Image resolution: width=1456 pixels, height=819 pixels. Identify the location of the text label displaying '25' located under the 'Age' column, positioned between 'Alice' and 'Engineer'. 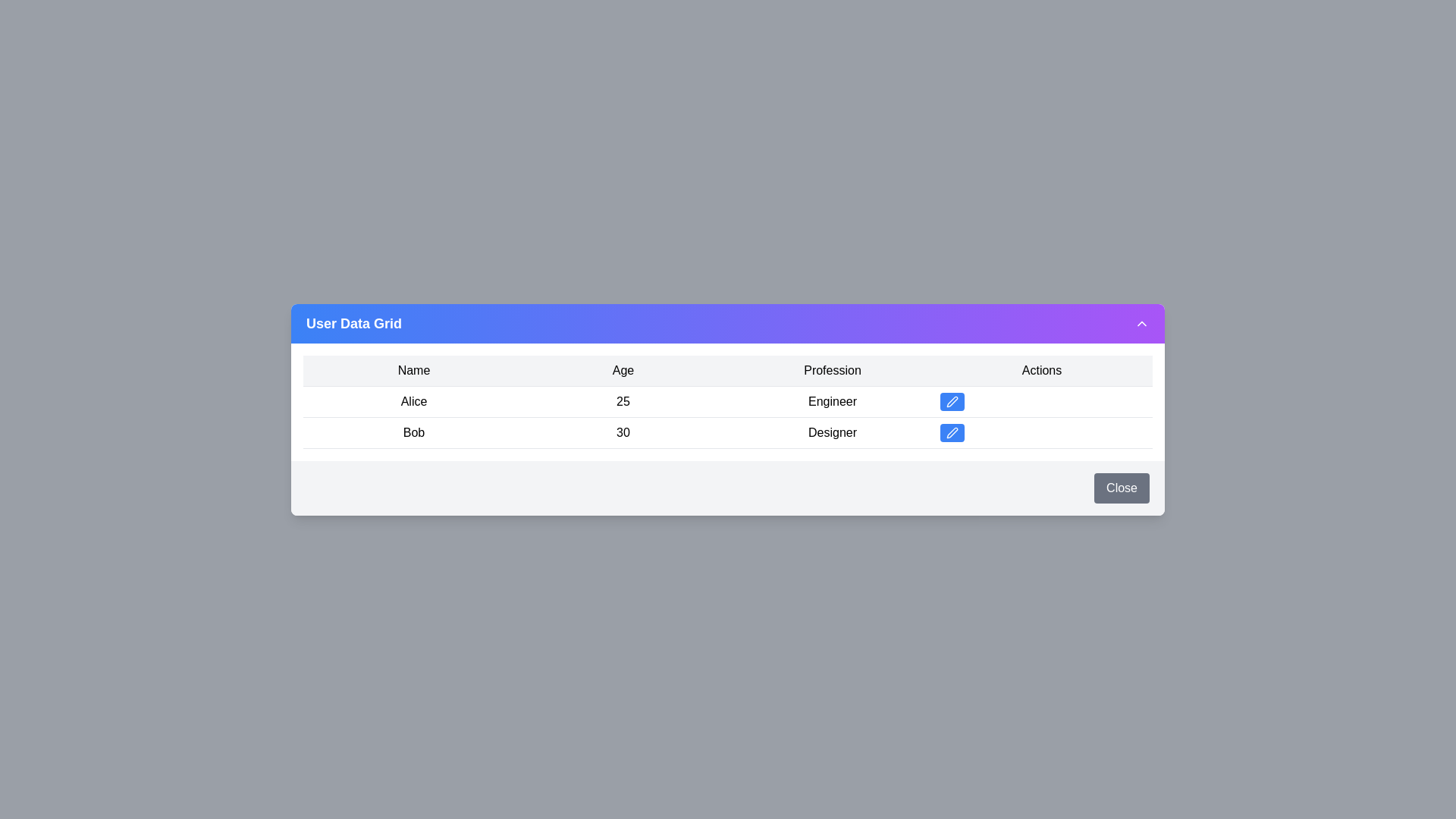
(623, 400).